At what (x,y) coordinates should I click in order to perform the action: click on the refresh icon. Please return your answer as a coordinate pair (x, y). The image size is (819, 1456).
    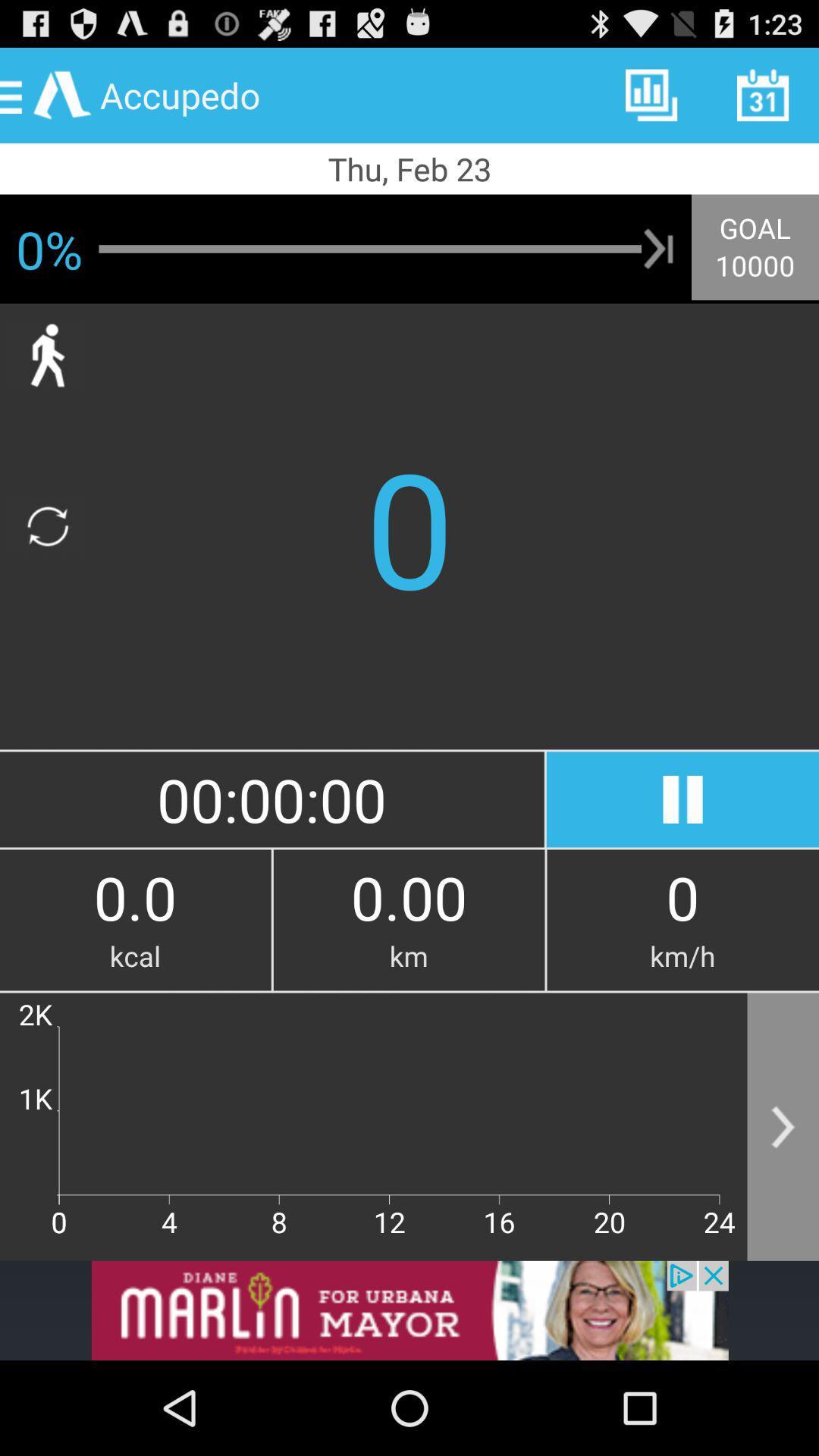
    Looking at the image, I should click on (46, 563).